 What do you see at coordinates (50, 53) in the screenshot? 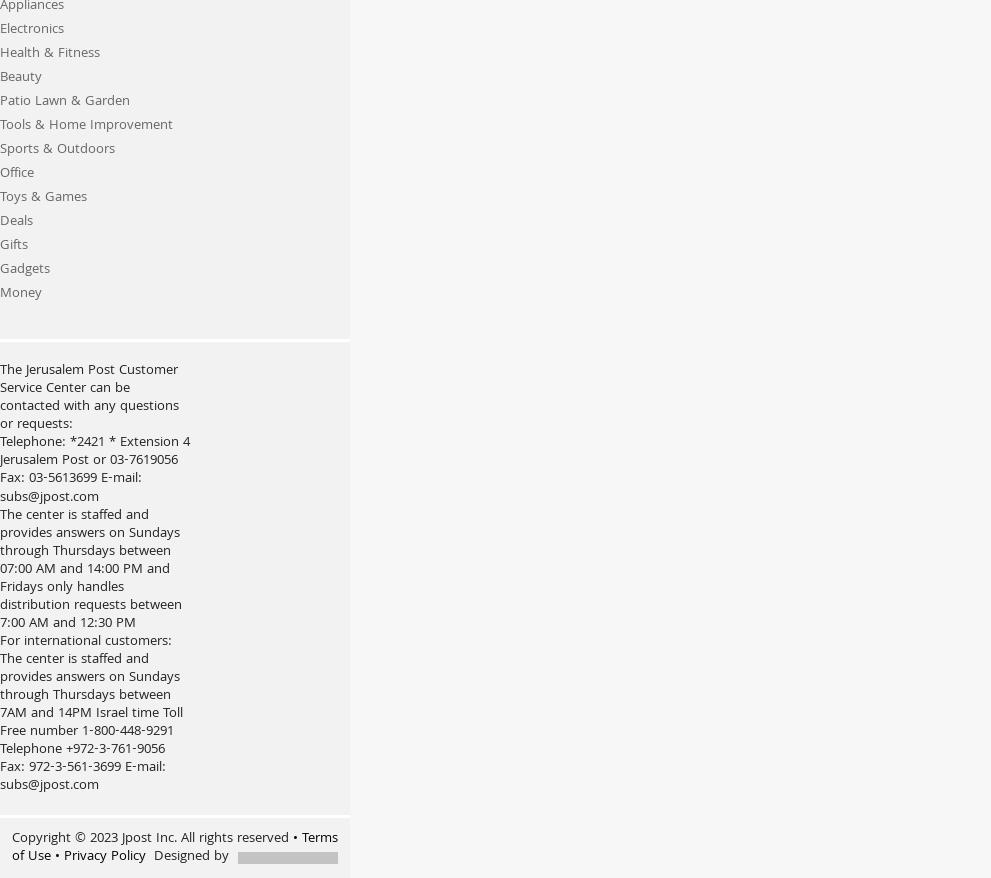
I see `'Health & Fitness'` at bounding box center [50, 53].